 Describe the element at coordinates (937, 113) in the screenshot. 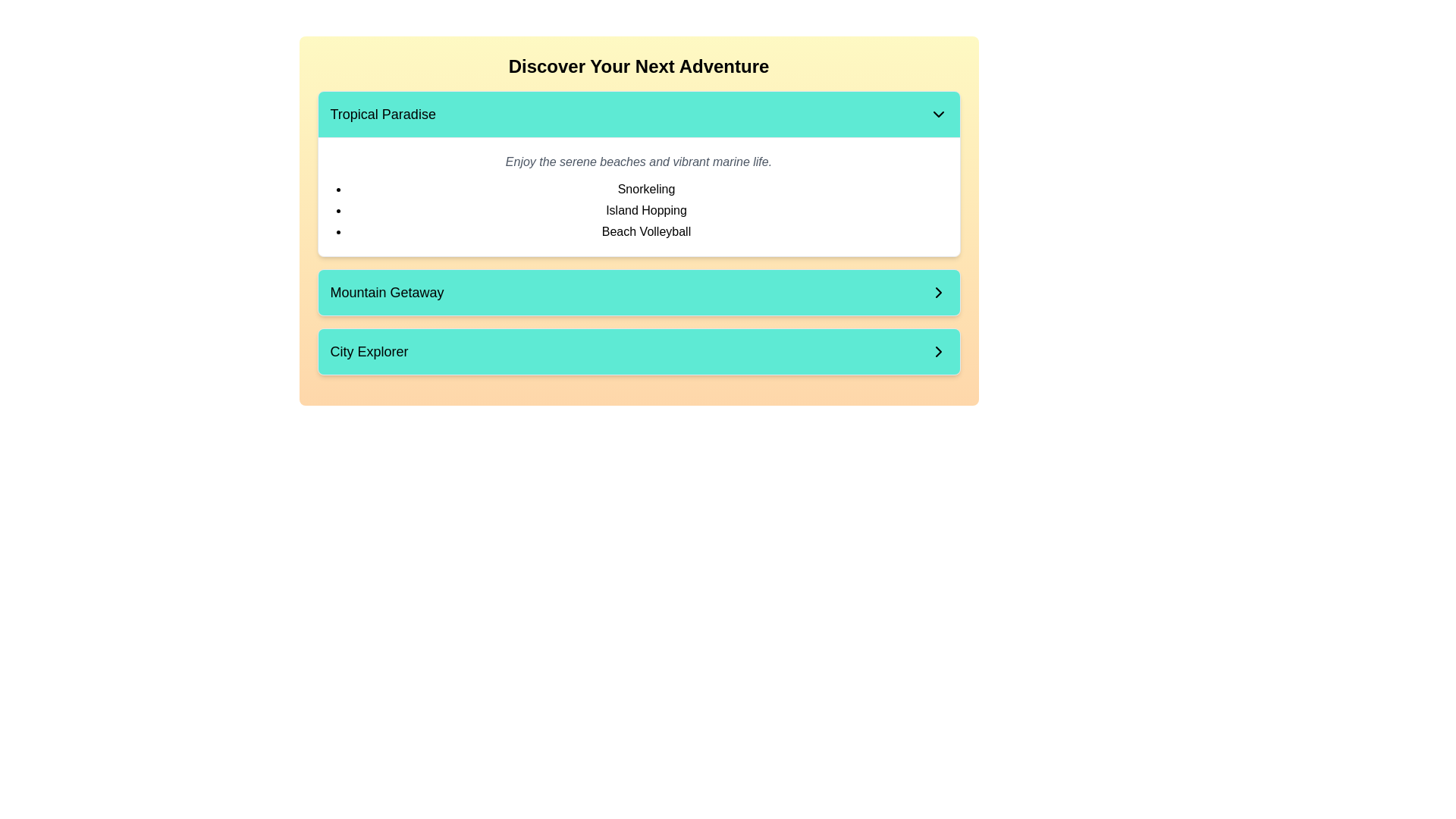

I see `the downward-pointing chevron icon located at the far-right end of the 'Tropical Paradise' section header` at that location.